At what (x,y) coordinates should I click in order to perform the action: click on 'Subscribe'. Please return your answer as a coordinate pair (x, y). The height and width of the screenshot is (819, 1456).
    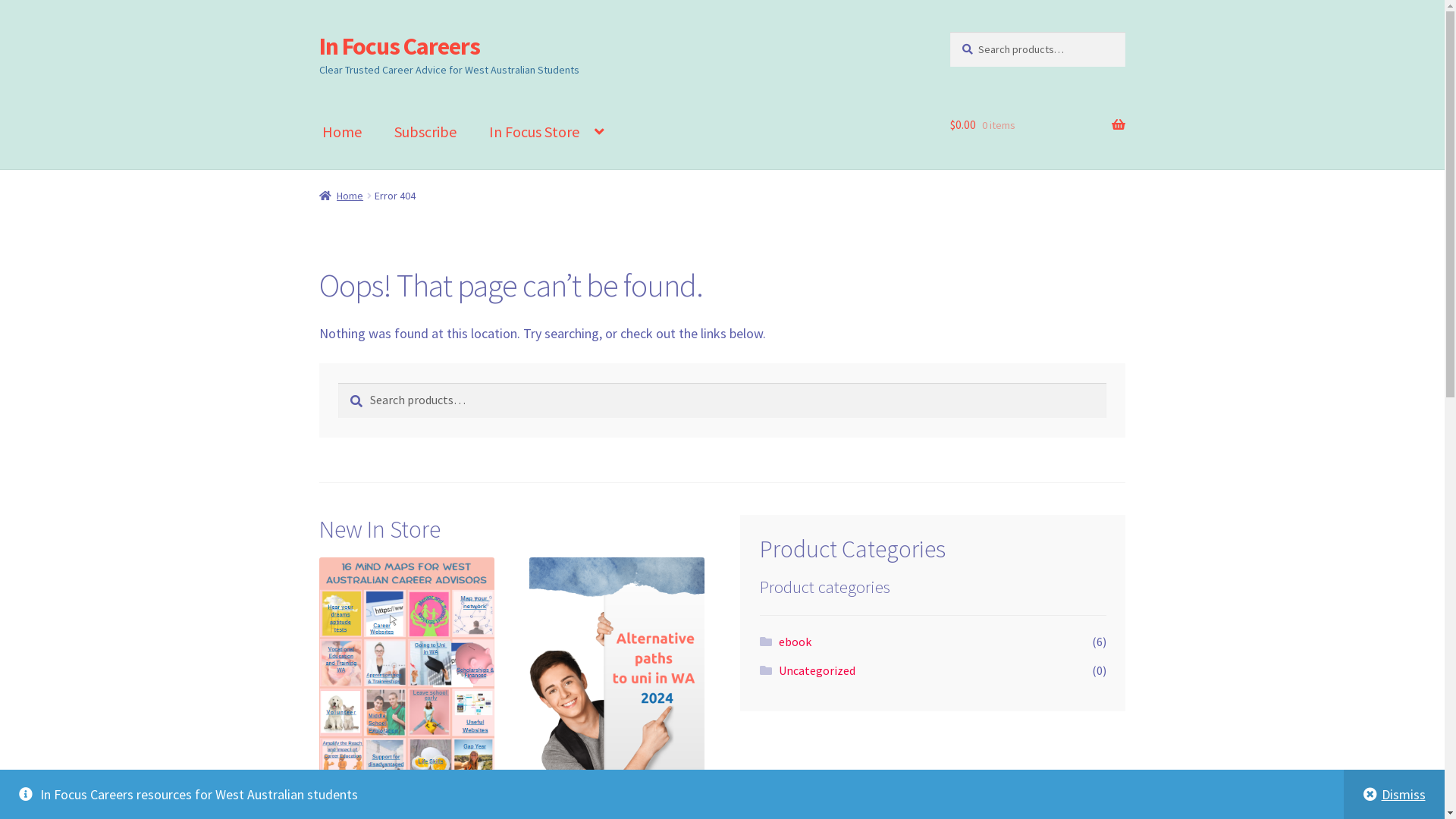
    Looking at the image, I should click on (378, 131).